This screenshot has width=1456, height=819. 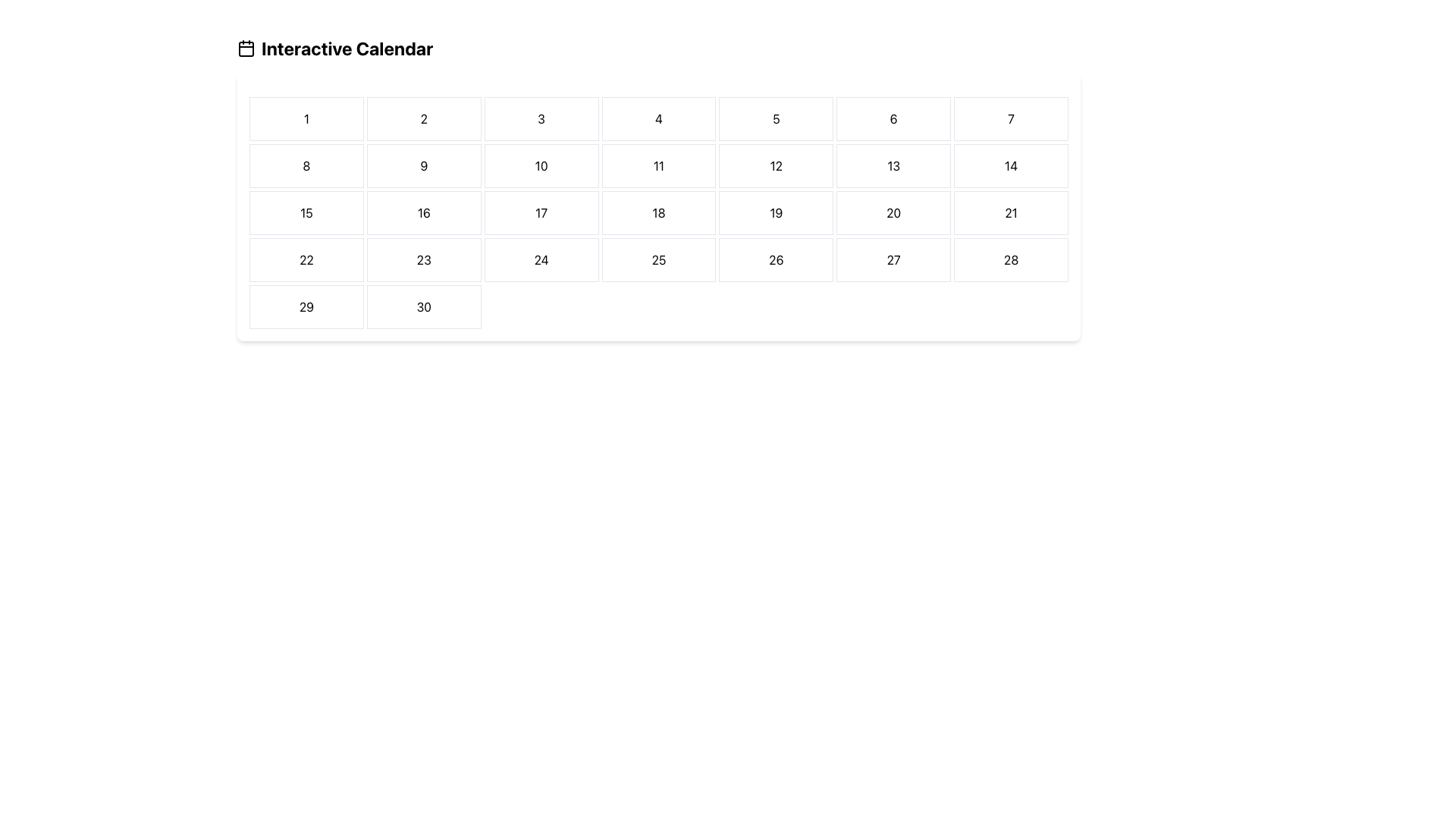 I want to click on the calendar tile displaying the number '27', so click(x=893, y=259).